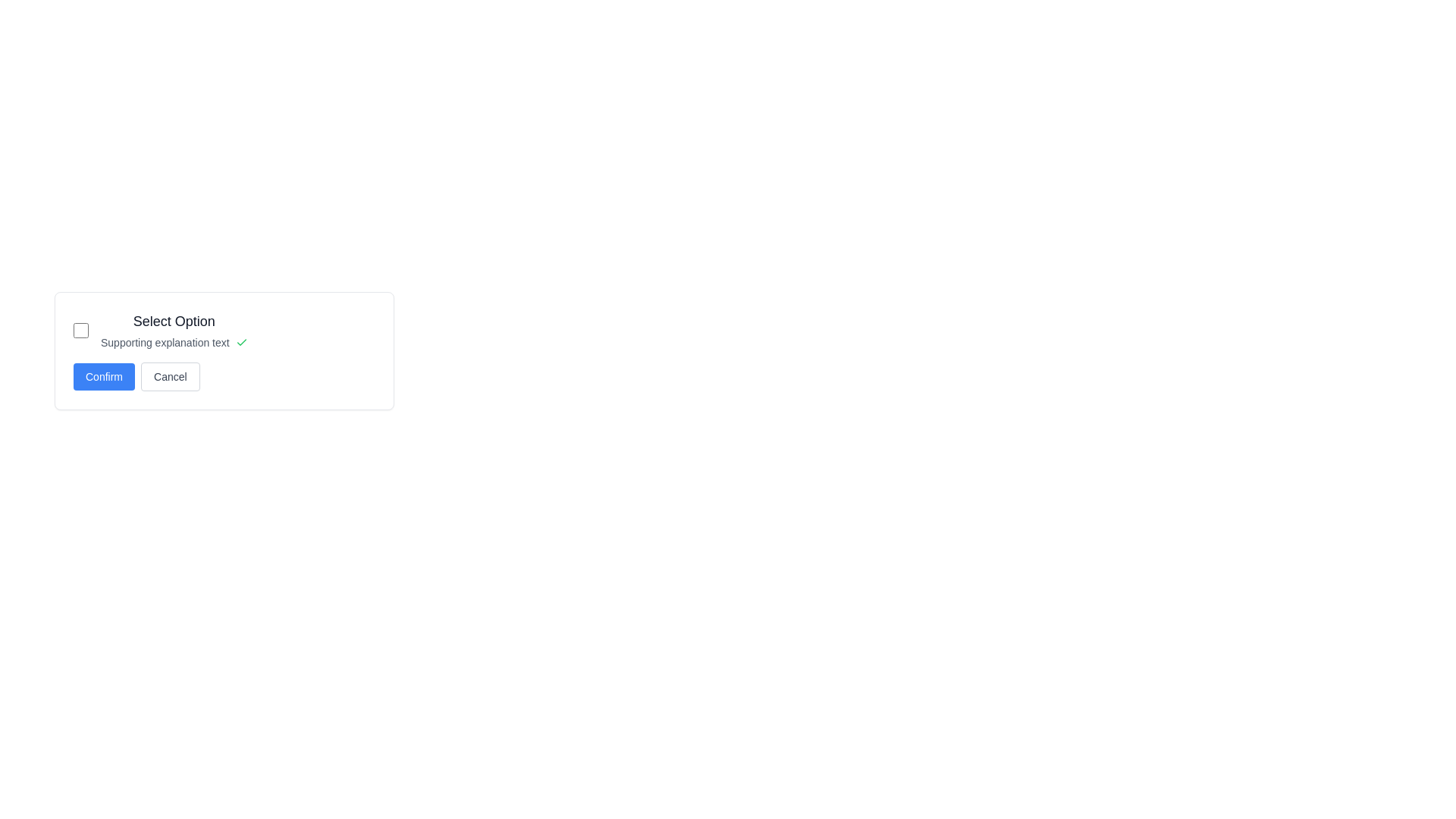 The image size is (1456, 819). I want to click on the supportive text element that provides information complementing the 'Select Option' checkbox above it, so click(165, 342).